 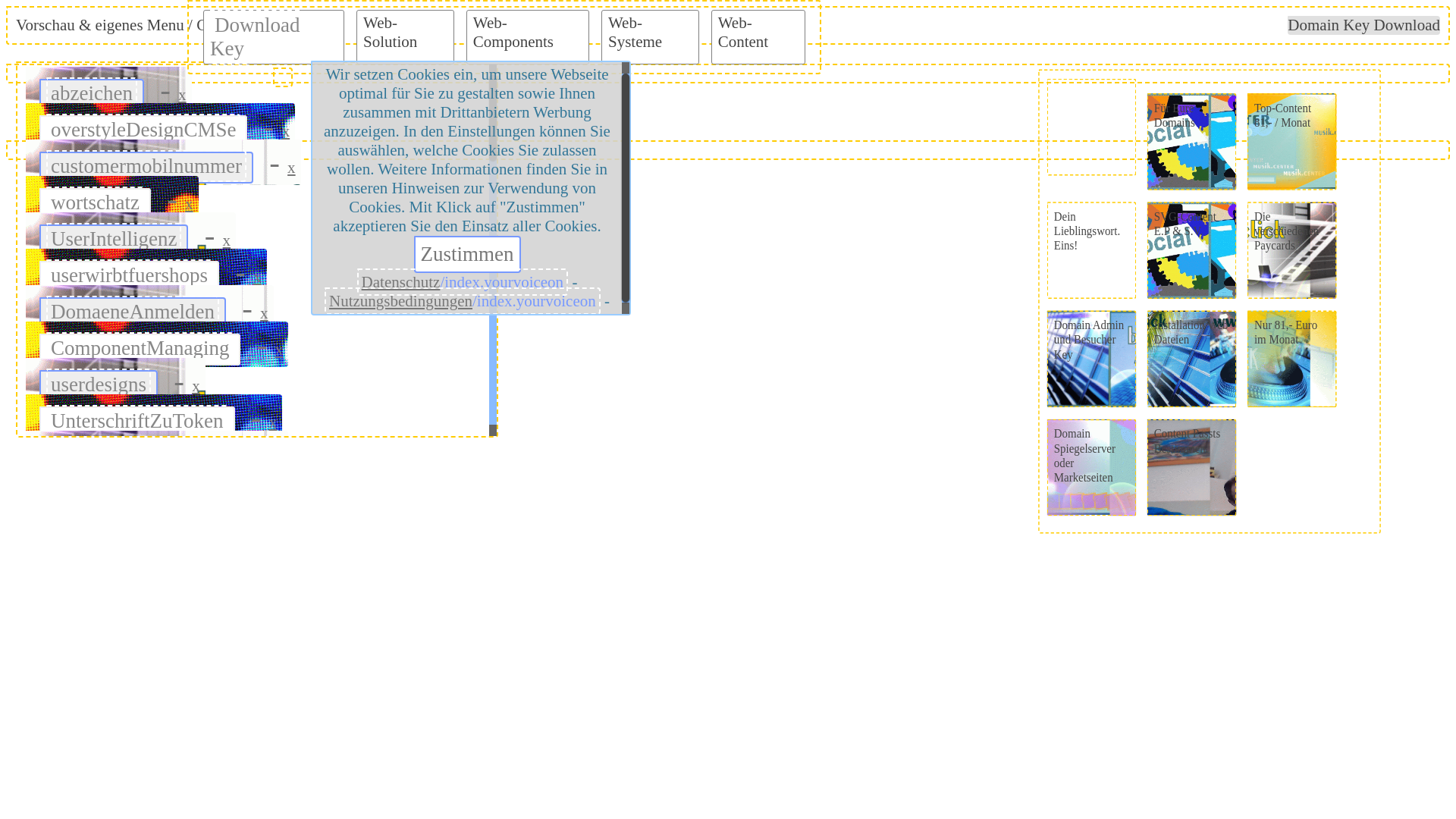 I want to click on 'Download Key', so click(x=255, y=36).